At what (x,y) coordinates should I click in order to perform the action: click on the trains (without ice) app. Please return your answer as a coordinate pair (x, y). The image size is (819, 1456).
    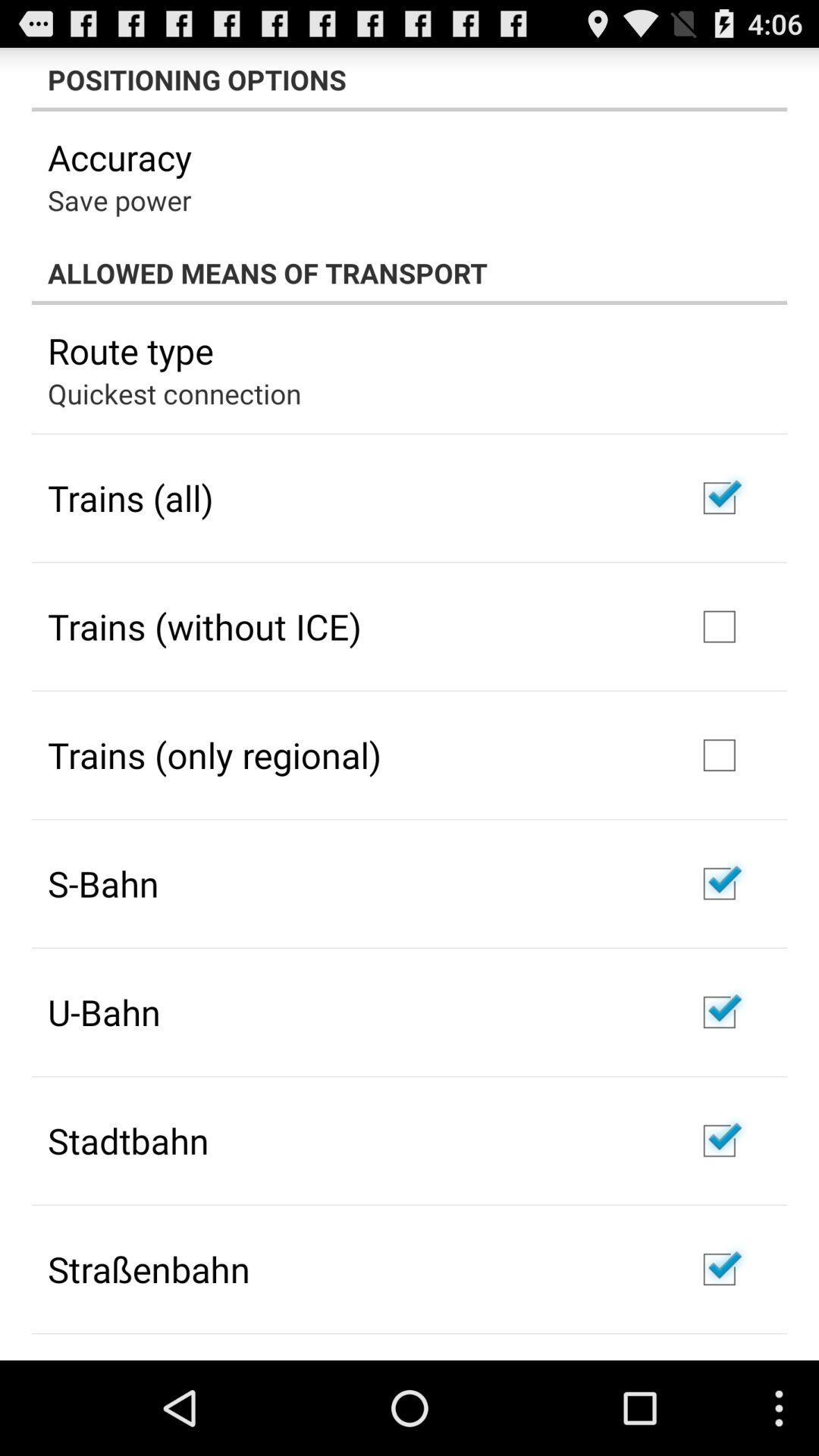
    Looking at the image, I should click on (205, 626).